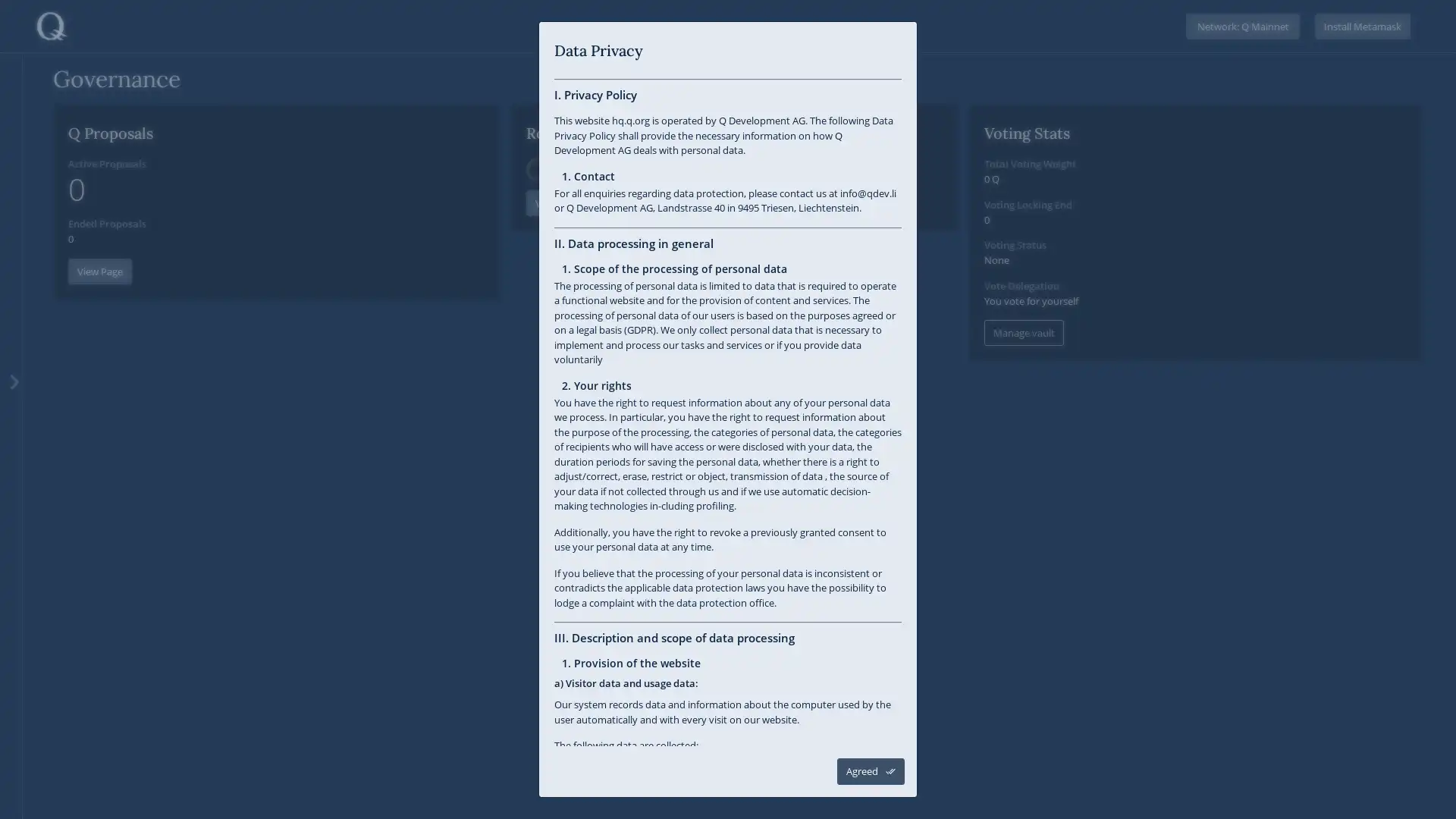 The height and width of the screenshot is (819, 1456). Describe the element at coordinates (871, 771) in the screenshot. I see `Agreed` at that location.